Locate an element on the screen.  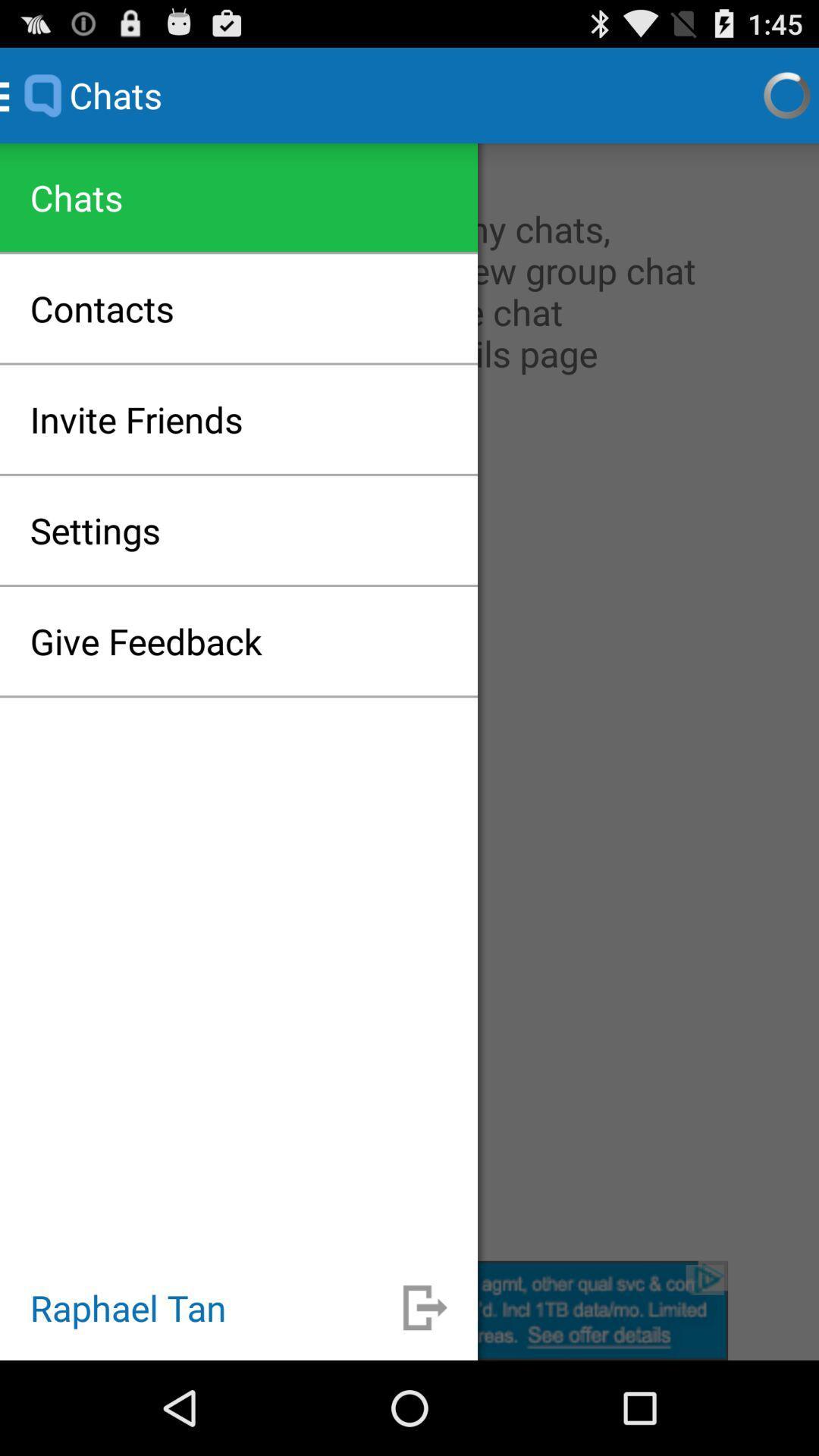
the icon above the invite friends item is located at coordinates (102, 307).